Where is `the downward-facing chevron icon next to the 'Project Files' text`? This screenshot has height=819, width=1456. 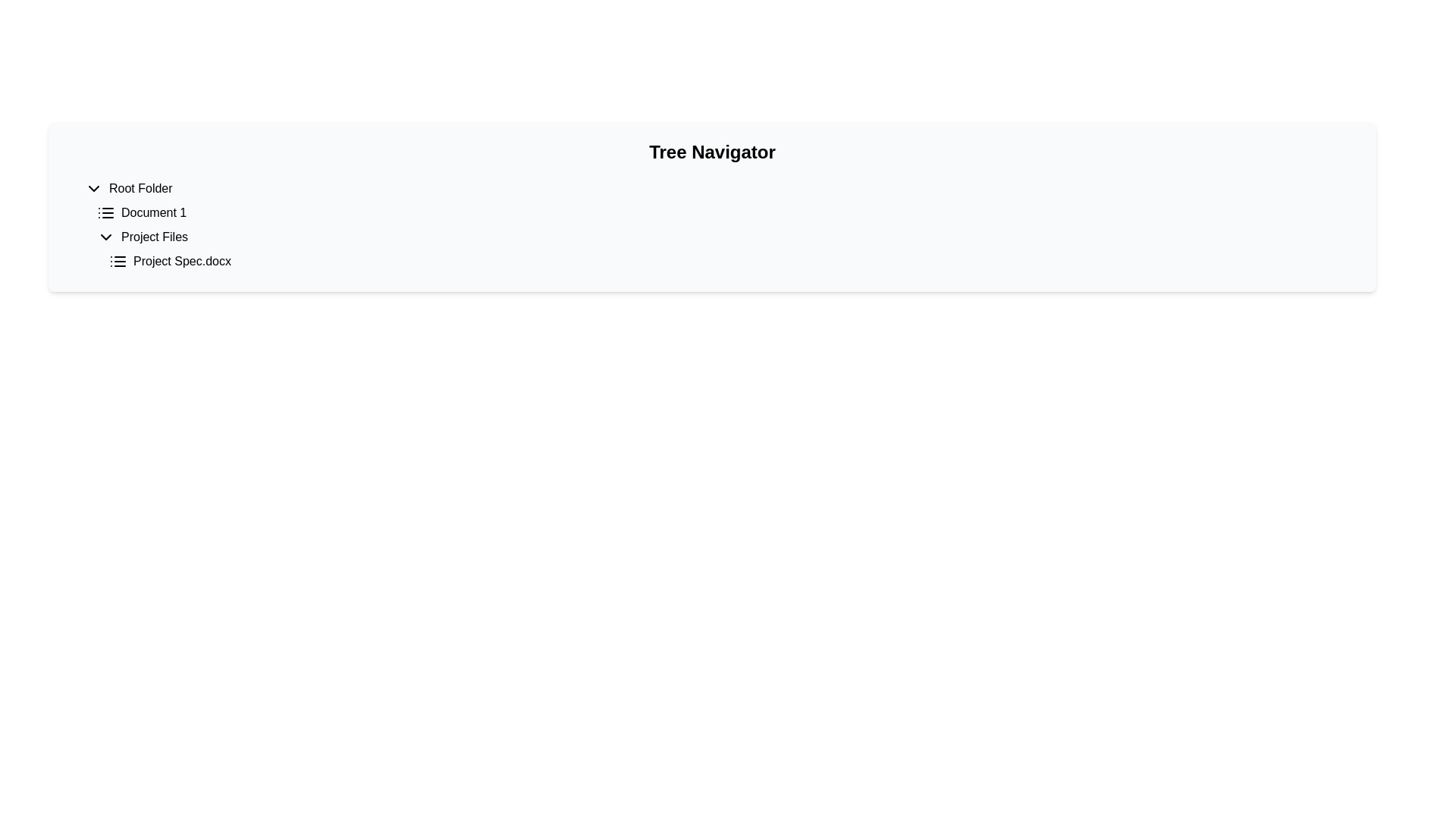
the downward-facing chevron icon next to the 'Project Files' text is located at coordinates (105, 237).